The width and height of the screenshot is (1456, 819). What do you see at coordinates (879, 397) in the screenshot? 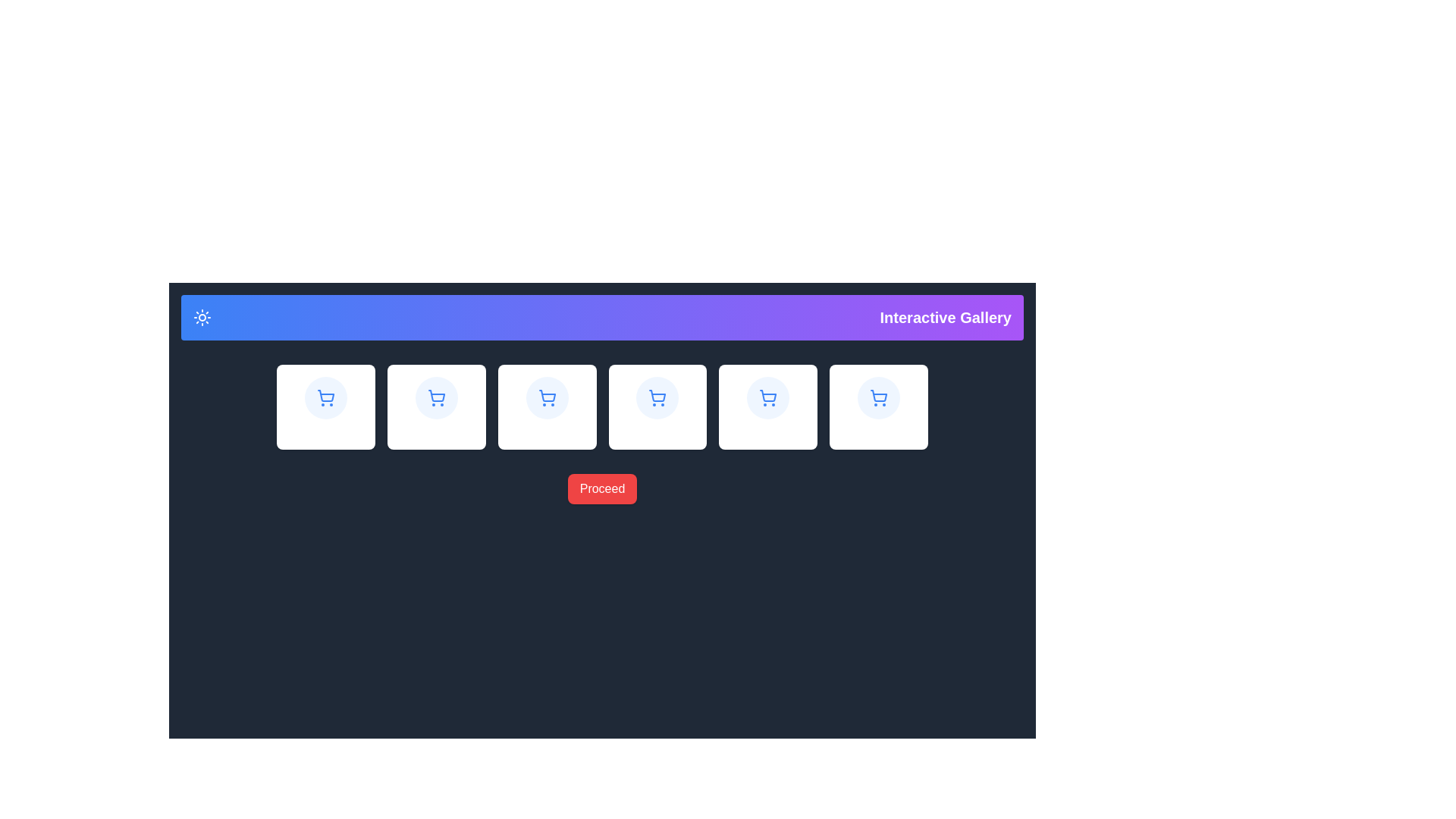
I see `the shopping cart icon` at bounding box center [879, 397].